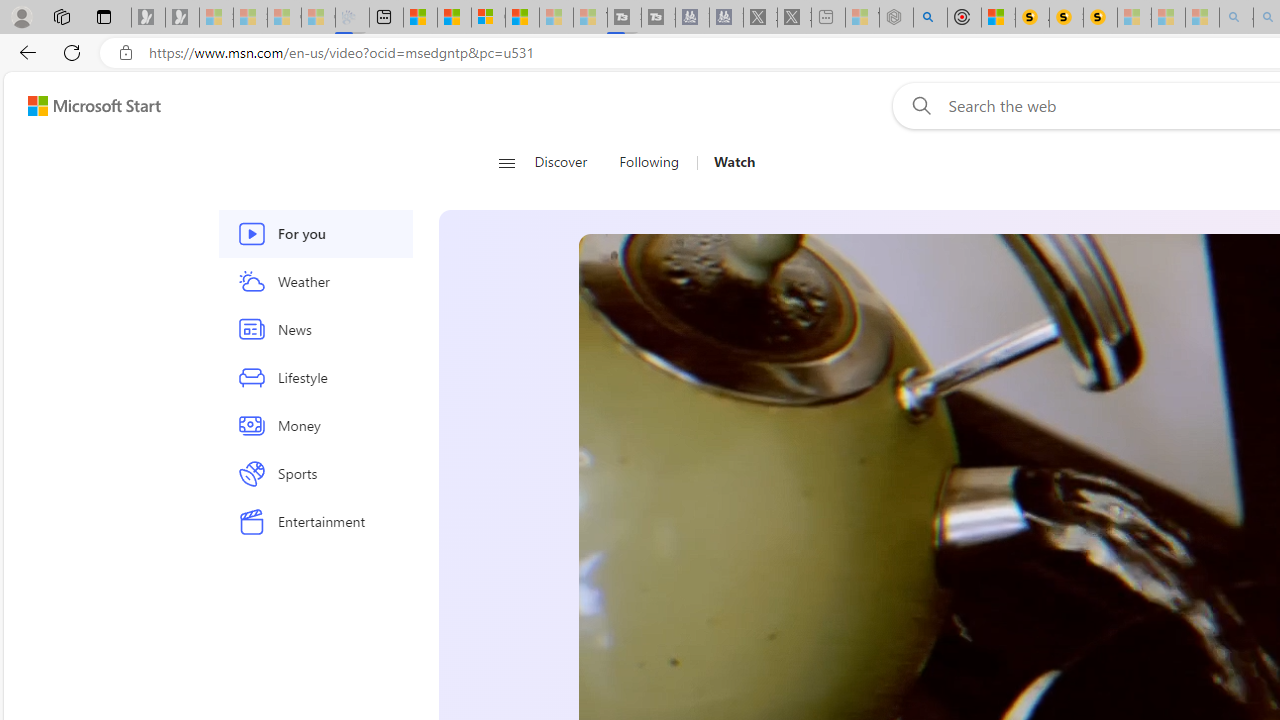  Describe the element at coordinates (506, 162) in the screenshot. I see `'Open navigation menu'` at that location.